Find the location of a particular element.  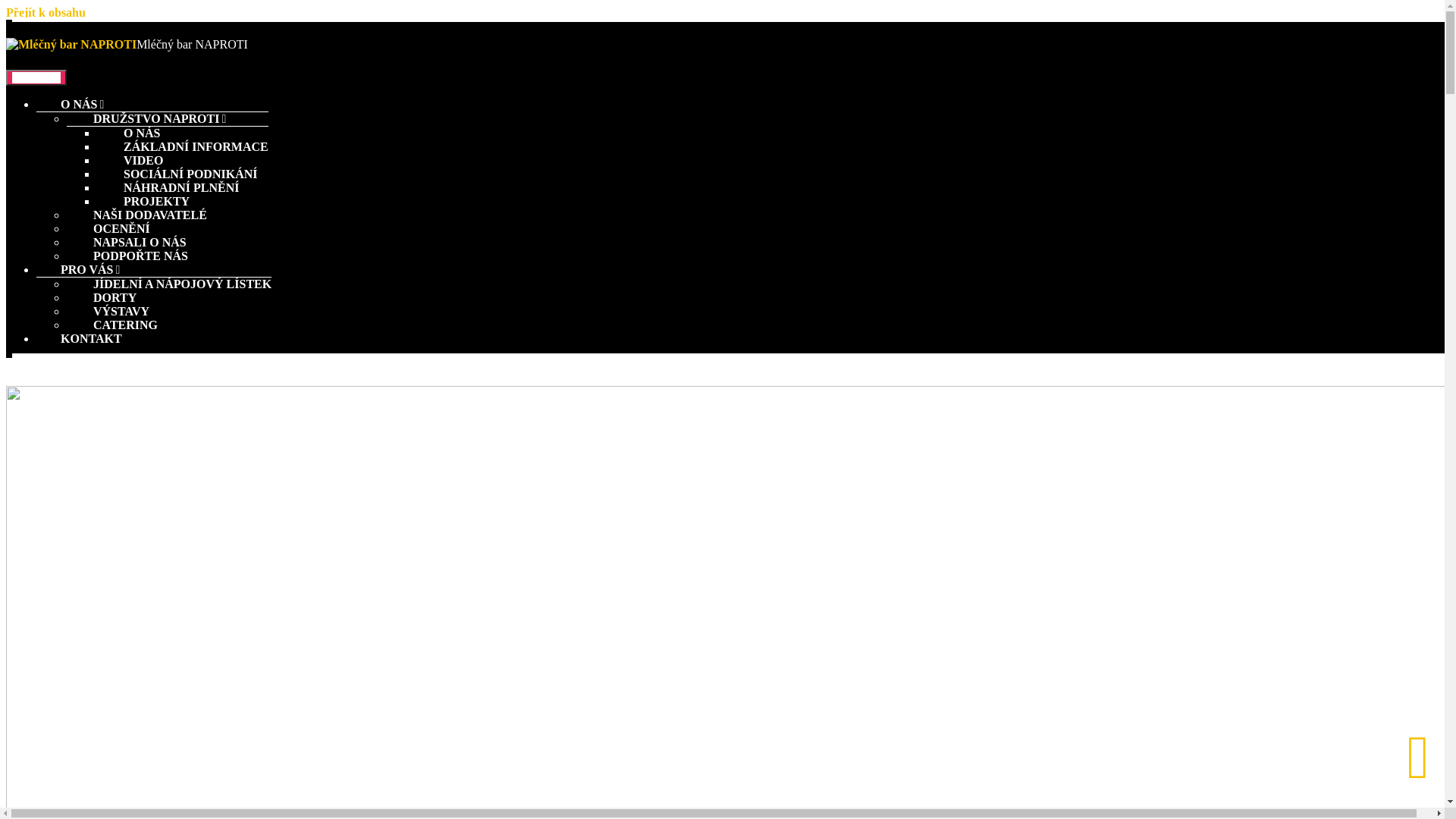

'CATERING' is located at coordinates (111, 307).